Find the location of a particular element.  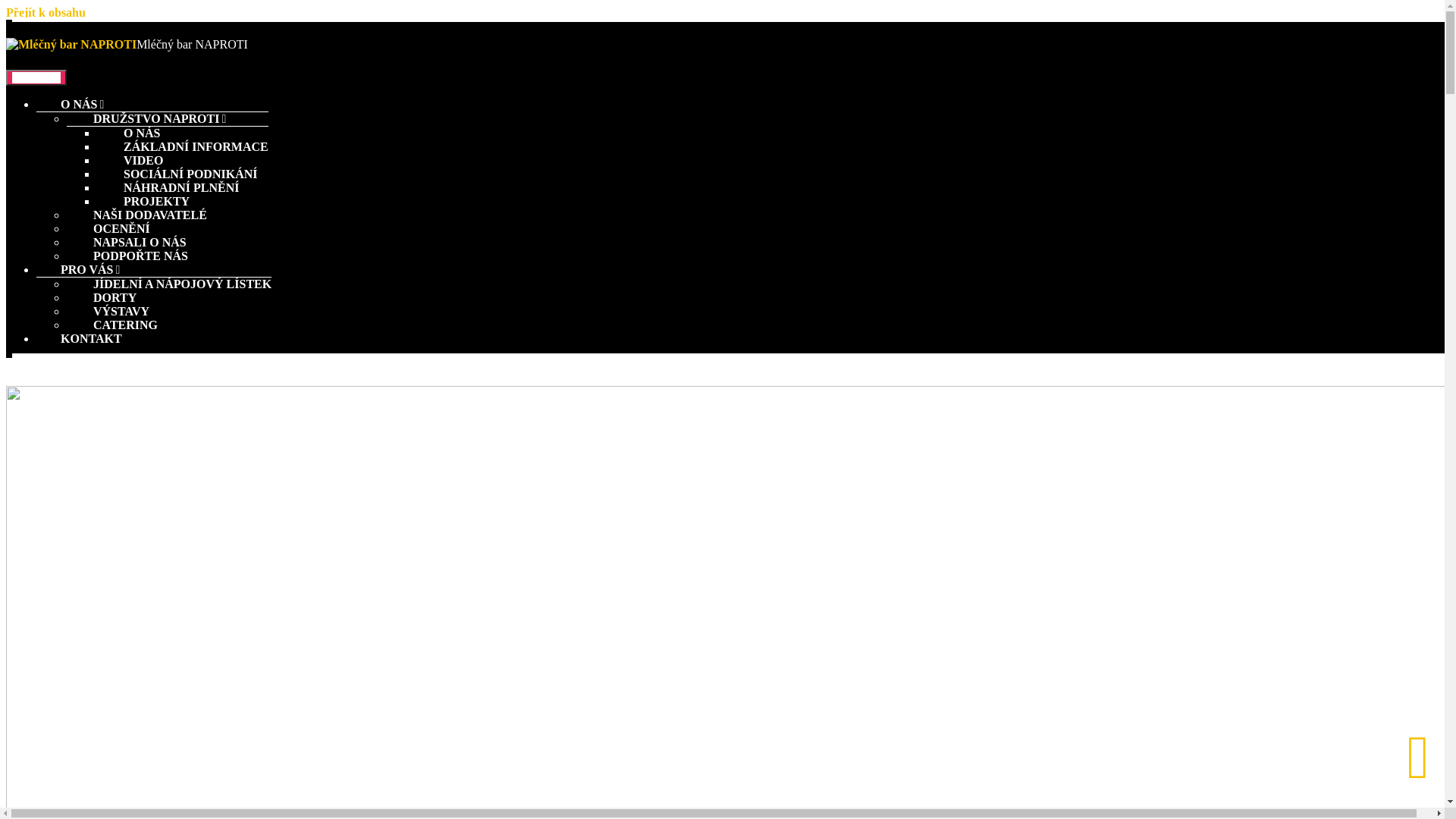

'CATERING' is located at coordinates (111, 307).